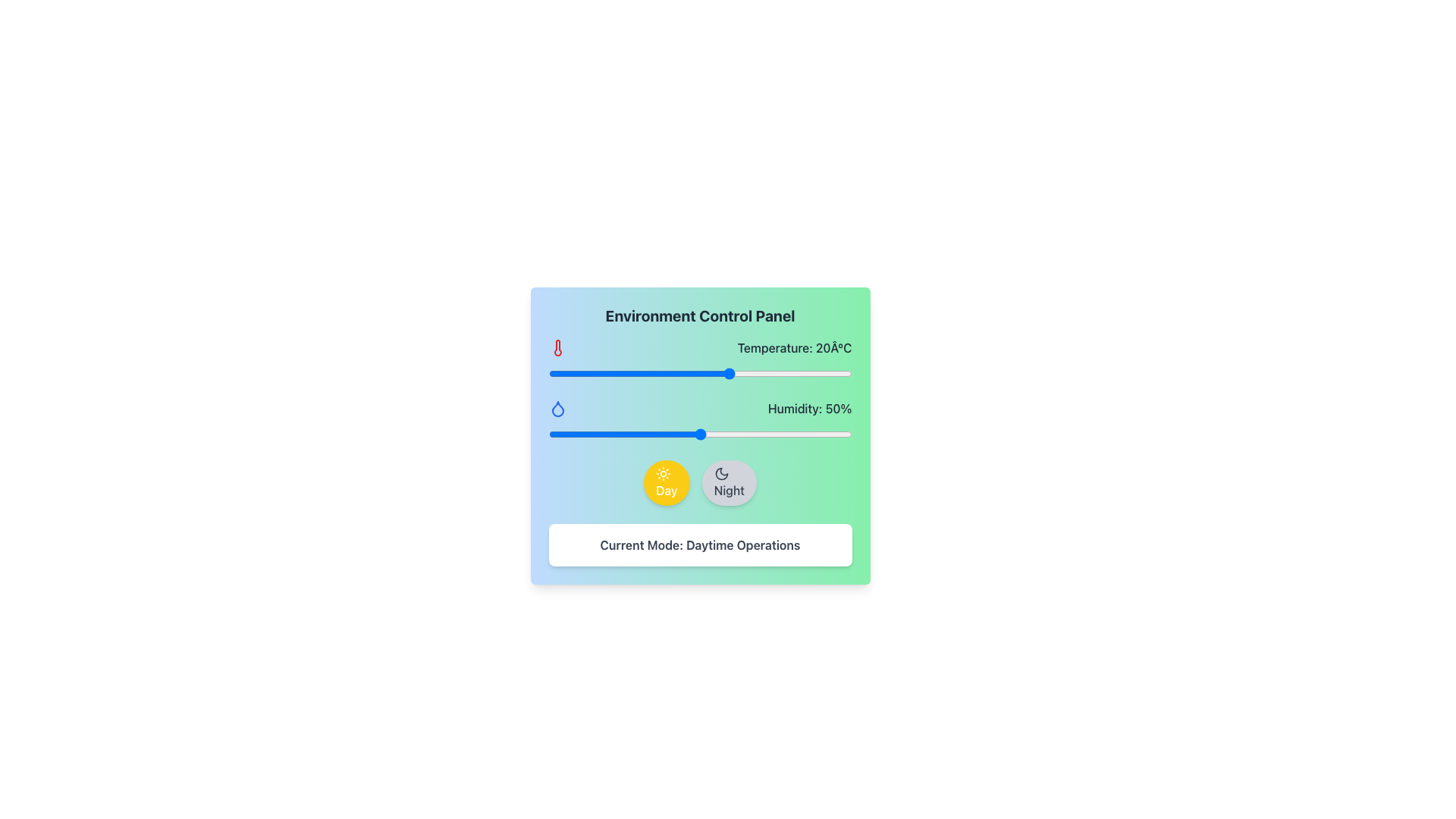  I want to click on the humidity level, so click(736, 435).